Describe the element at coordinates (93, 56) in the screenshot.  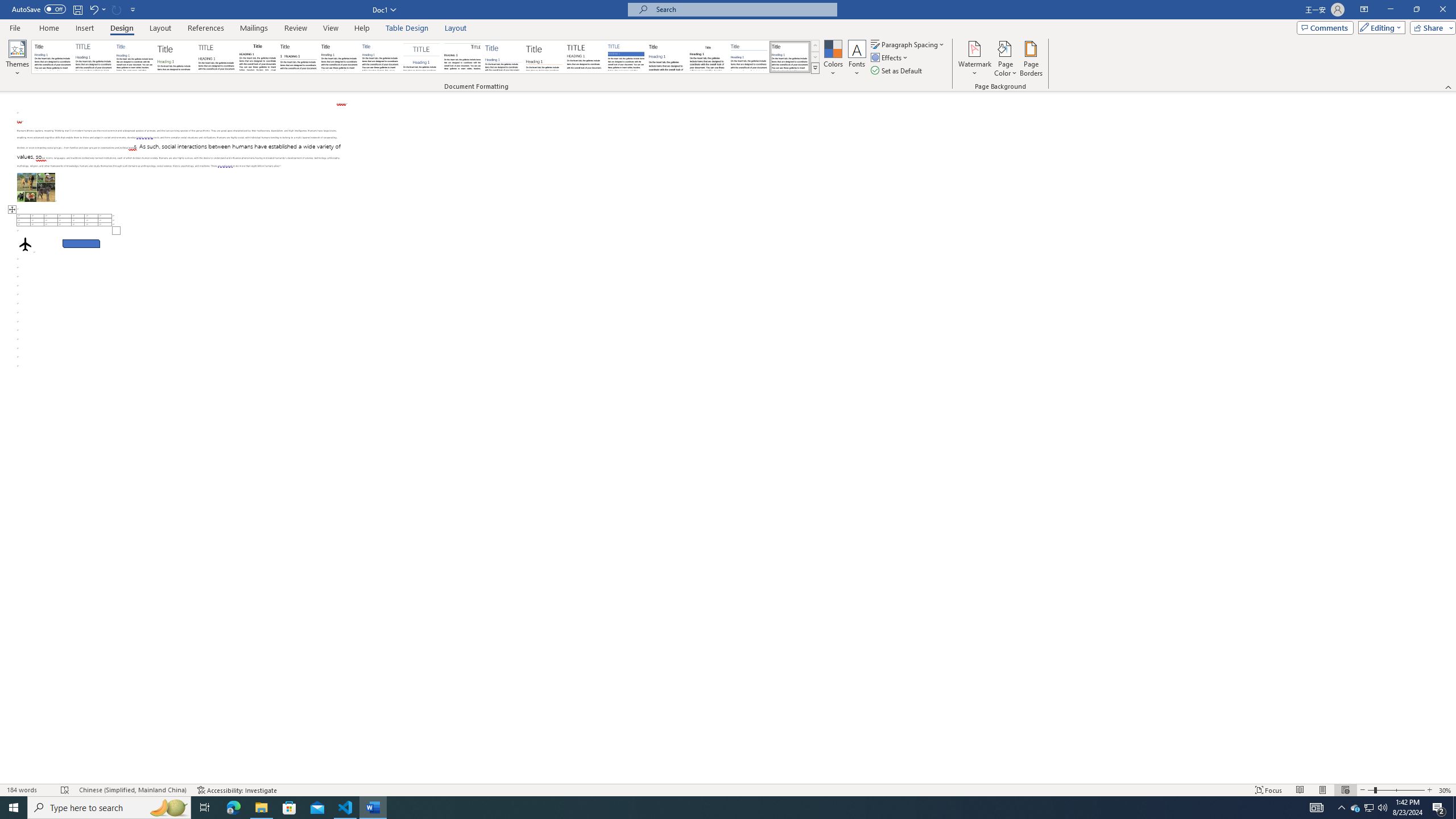
I see `'Basic (Elegant)'` at that location.